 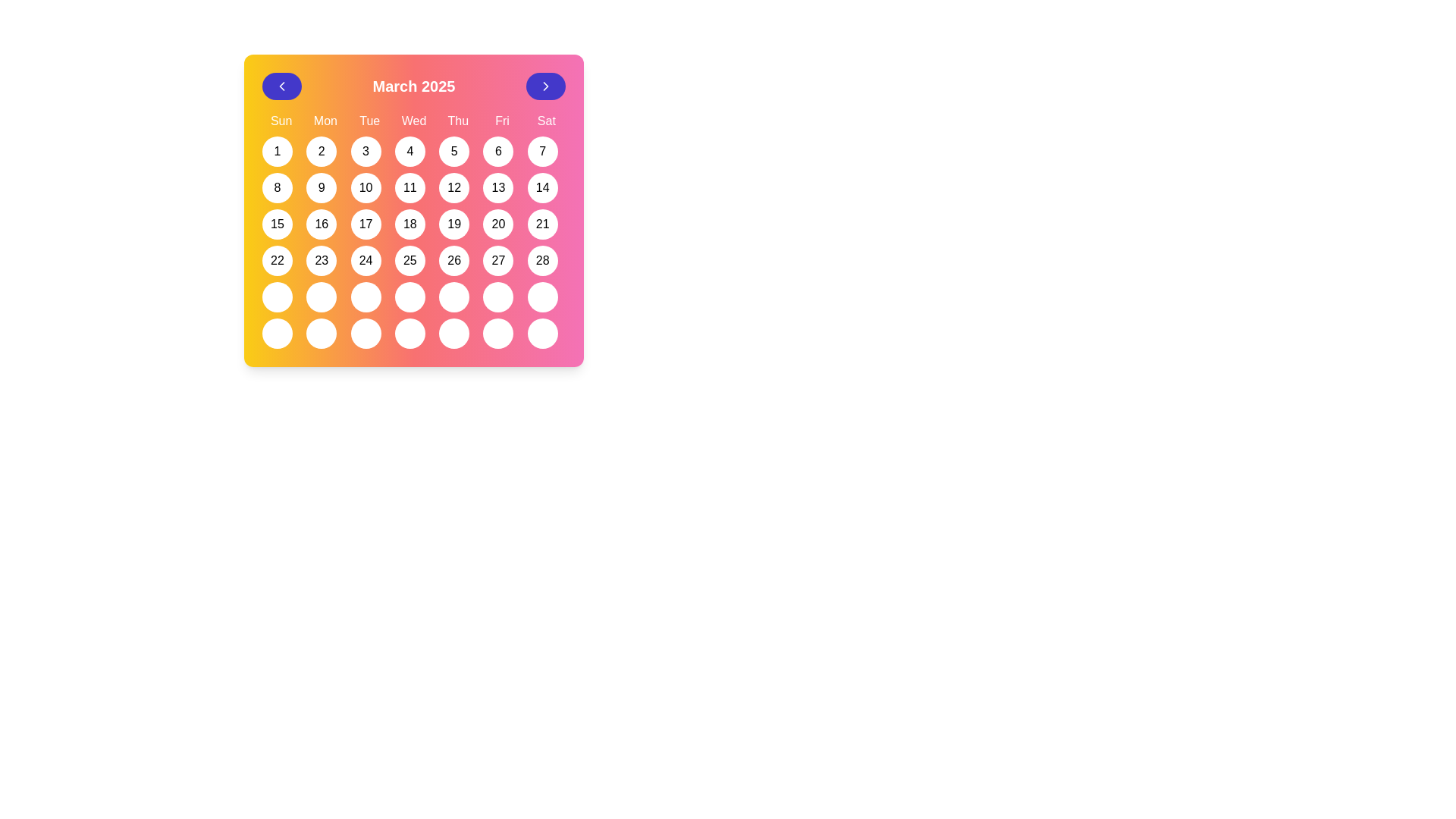 What do you see at coordinates (366, 259) in the screenshot?
I see `the button representing the 24th day of the month in the calendar interface to change its background color` at bounding box center [366, 259].